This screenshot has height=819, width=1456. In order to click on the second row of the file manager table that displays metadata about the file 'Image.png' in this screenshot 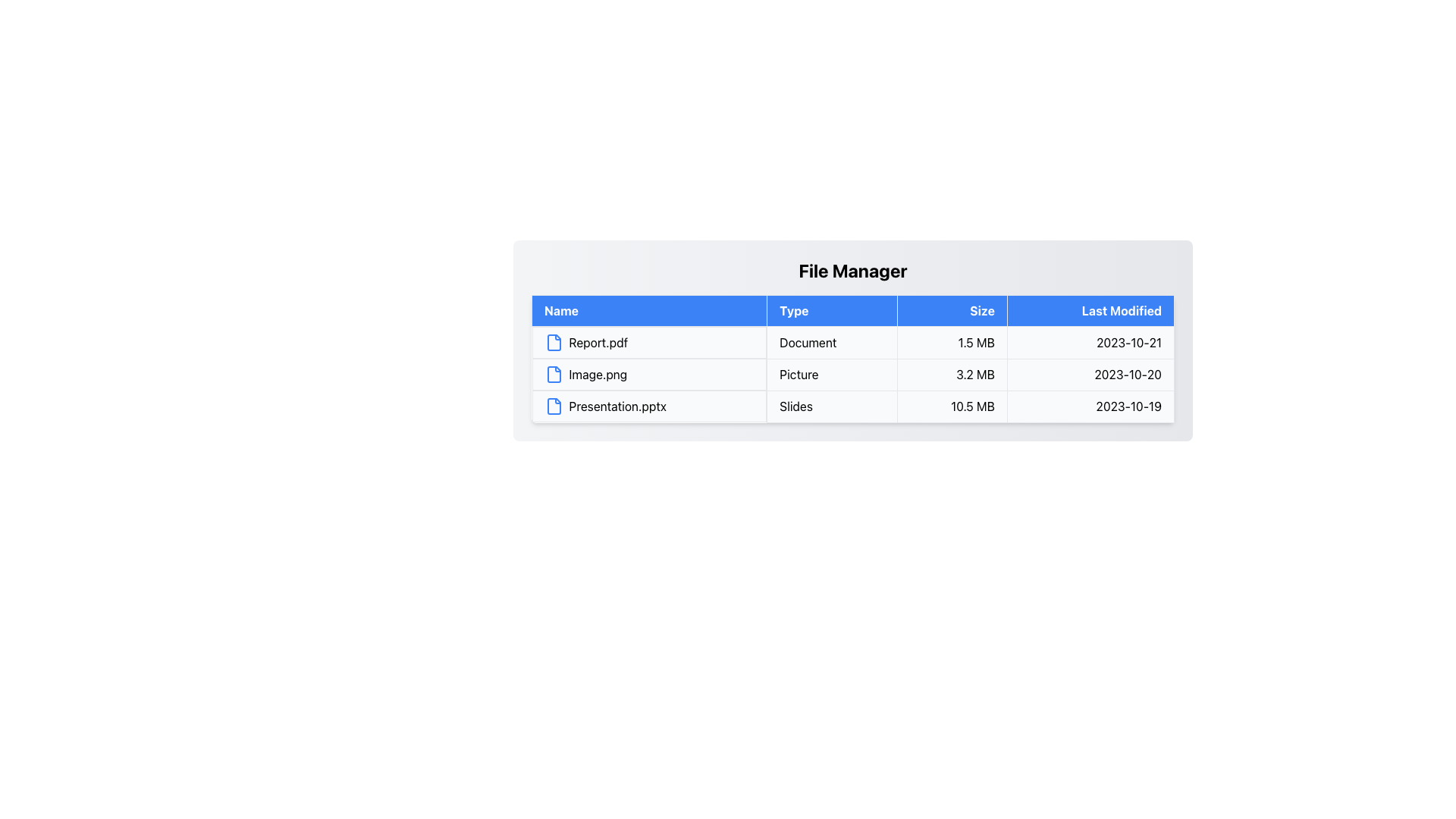, I will do `click(852, 374)`.